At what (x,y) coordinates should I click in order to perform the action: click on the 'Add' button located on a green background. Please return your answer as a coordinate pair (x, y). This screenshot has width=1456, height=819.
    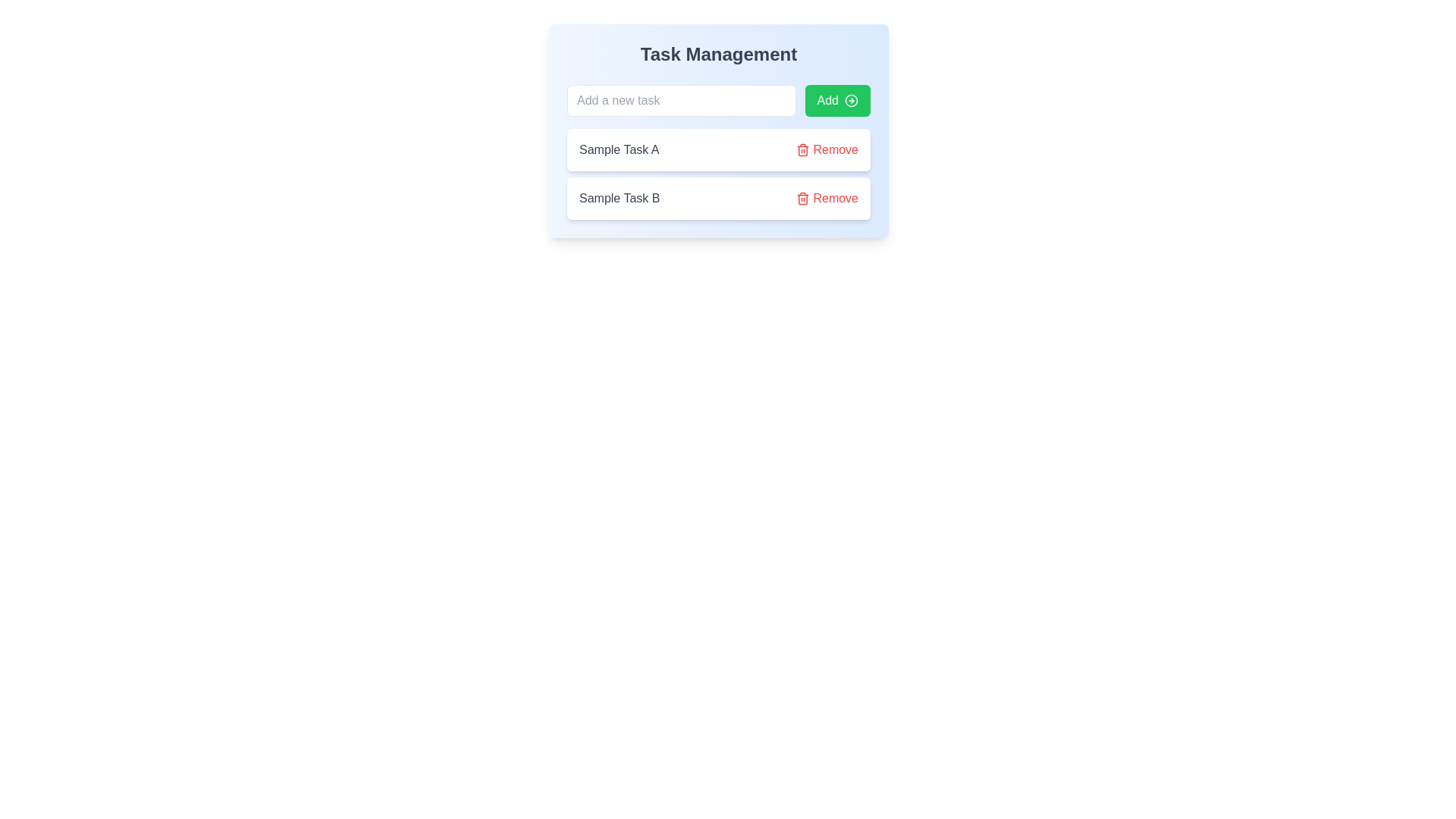
    Looking at the image, I should click on (827, 100).